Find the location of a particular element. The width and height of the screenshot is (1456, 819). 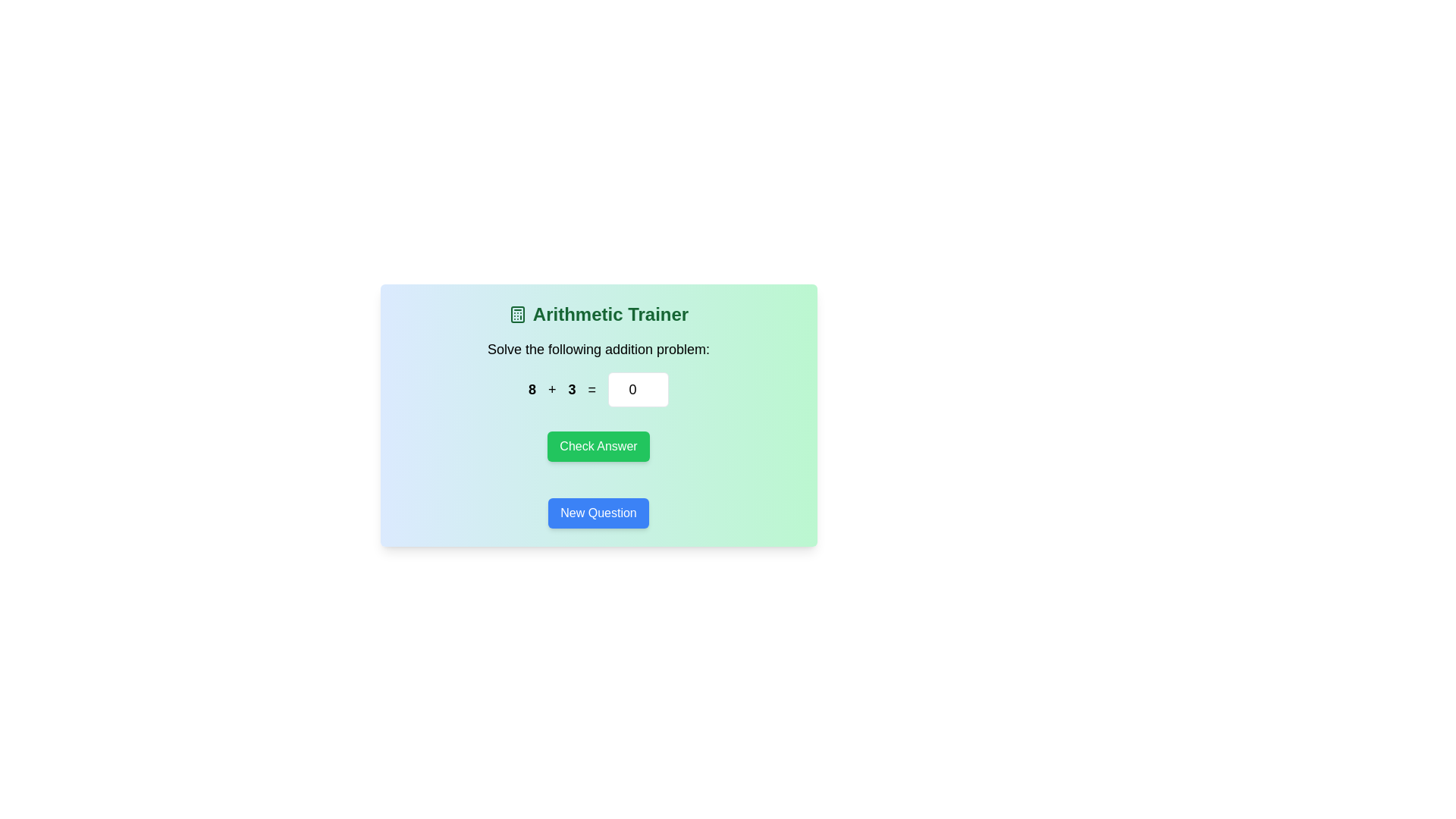

the first numeral '8' in the arithmetic expression '8 + 3 = 0', which is located to the immediate left of the '+' operator is located at coordinates (532, 388).